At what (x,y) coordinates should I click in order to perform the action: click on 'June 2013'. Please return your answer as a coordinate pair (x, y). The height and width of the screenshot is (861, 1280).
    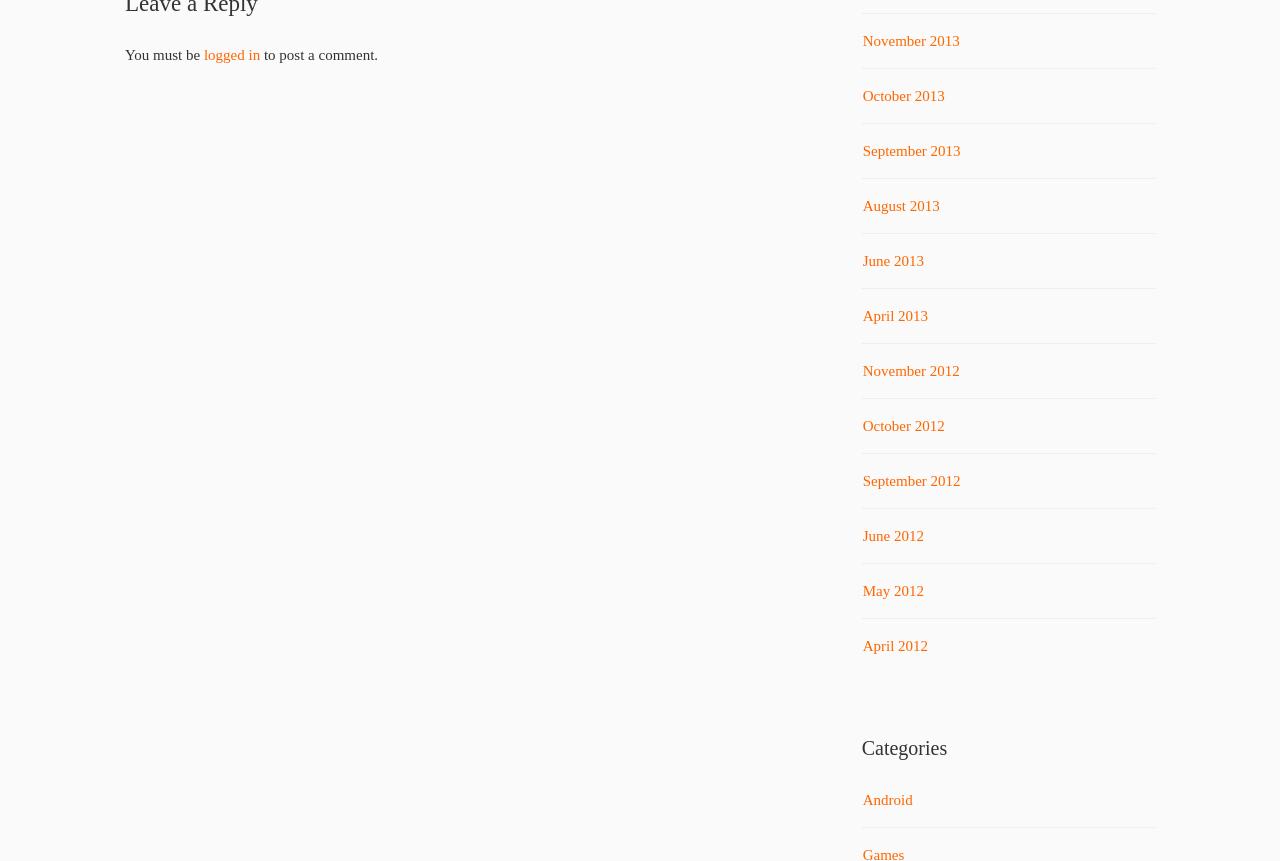
    Looking at the image, I should click on (861, 260).